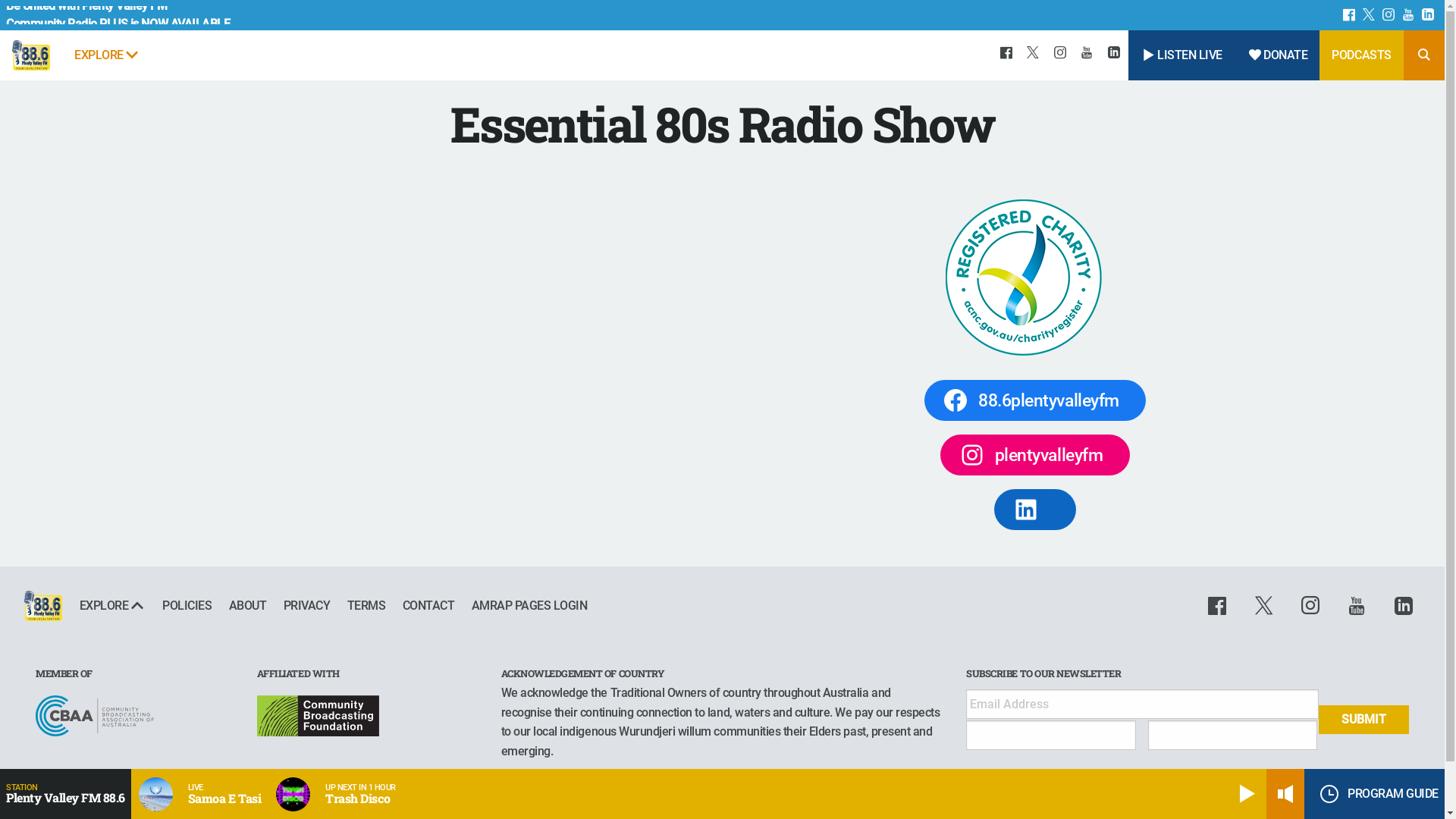 This screenshot has height=819, width=1456. Describe the element at coordinates (111, 604) in the screenshot. I see `'EXPLORE'` at that location.